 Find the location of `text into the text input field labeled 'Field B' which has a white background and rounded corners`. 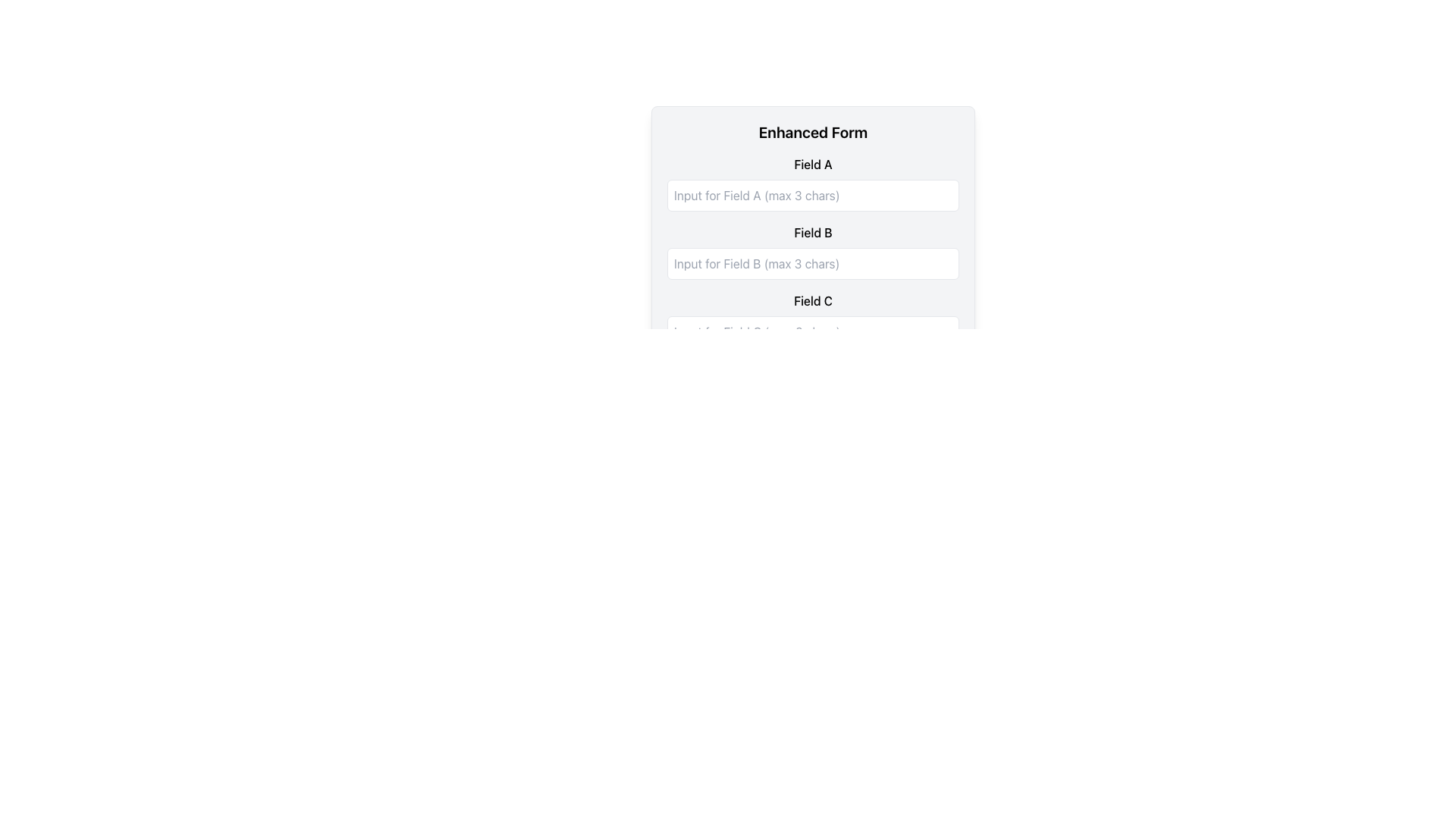

text into the text input field labeled 'Field B' which has a white background and rounded corners is located at coordinates (812, 256).